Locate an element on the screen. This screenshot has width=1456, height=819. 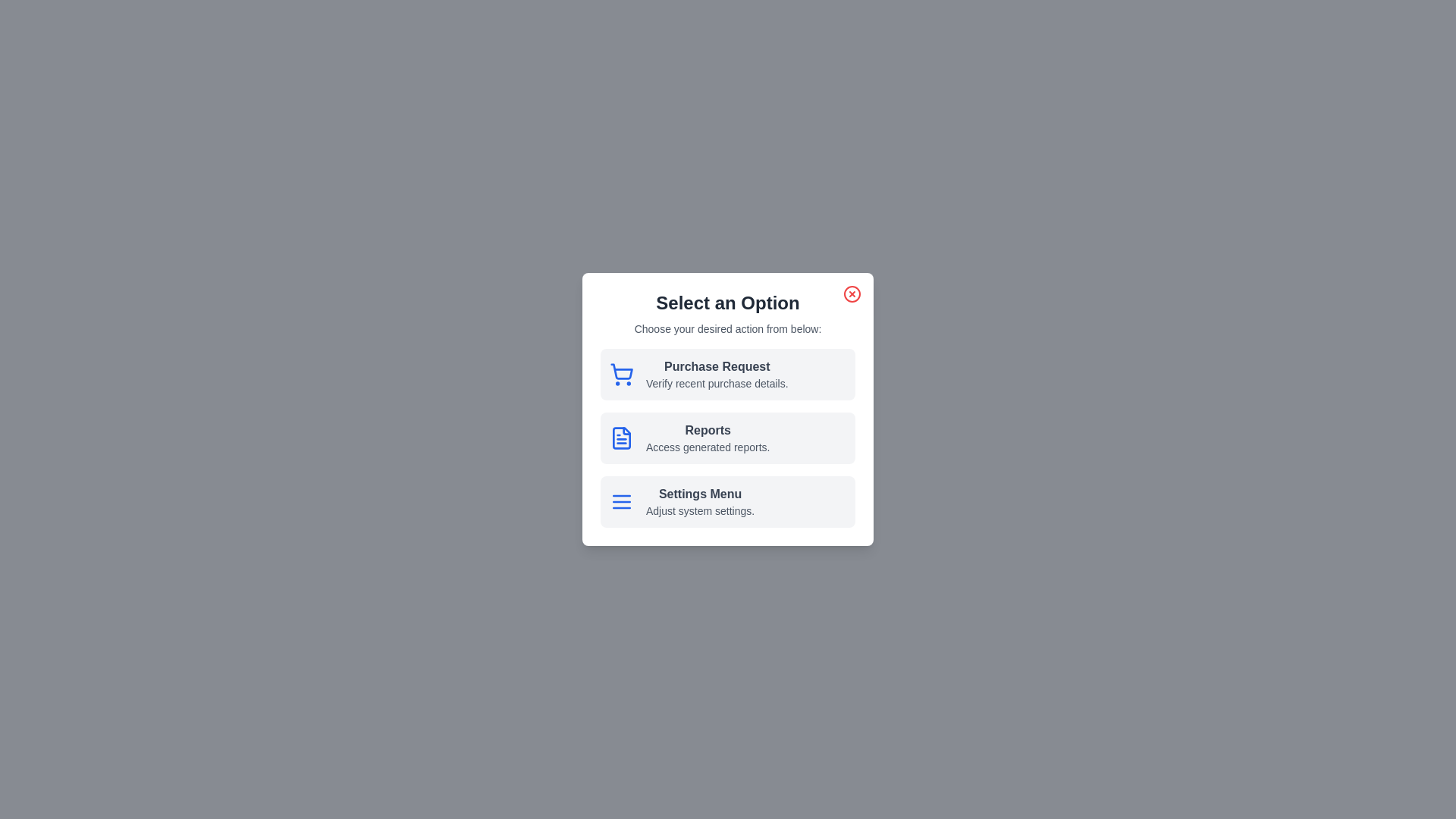
the option Reports from the EnhancedSelectDialog is located at coordinates (728, 438).